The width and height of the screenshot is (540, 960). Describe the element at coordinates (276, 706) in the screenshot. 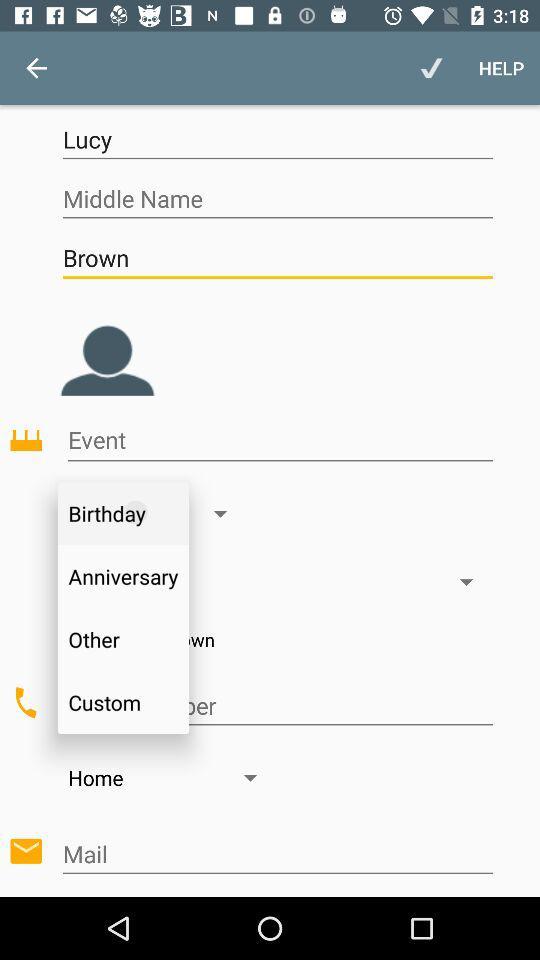

I see `click on custom to add various types of events` at that location.